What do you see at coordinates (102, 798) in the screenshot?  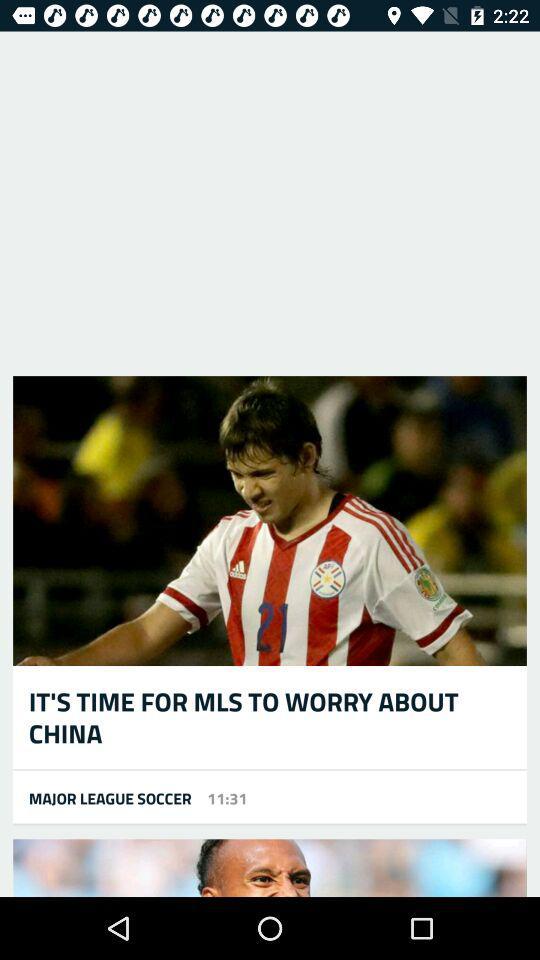 I see `icon at the bottom left corner` at bounding box center [102, 798].